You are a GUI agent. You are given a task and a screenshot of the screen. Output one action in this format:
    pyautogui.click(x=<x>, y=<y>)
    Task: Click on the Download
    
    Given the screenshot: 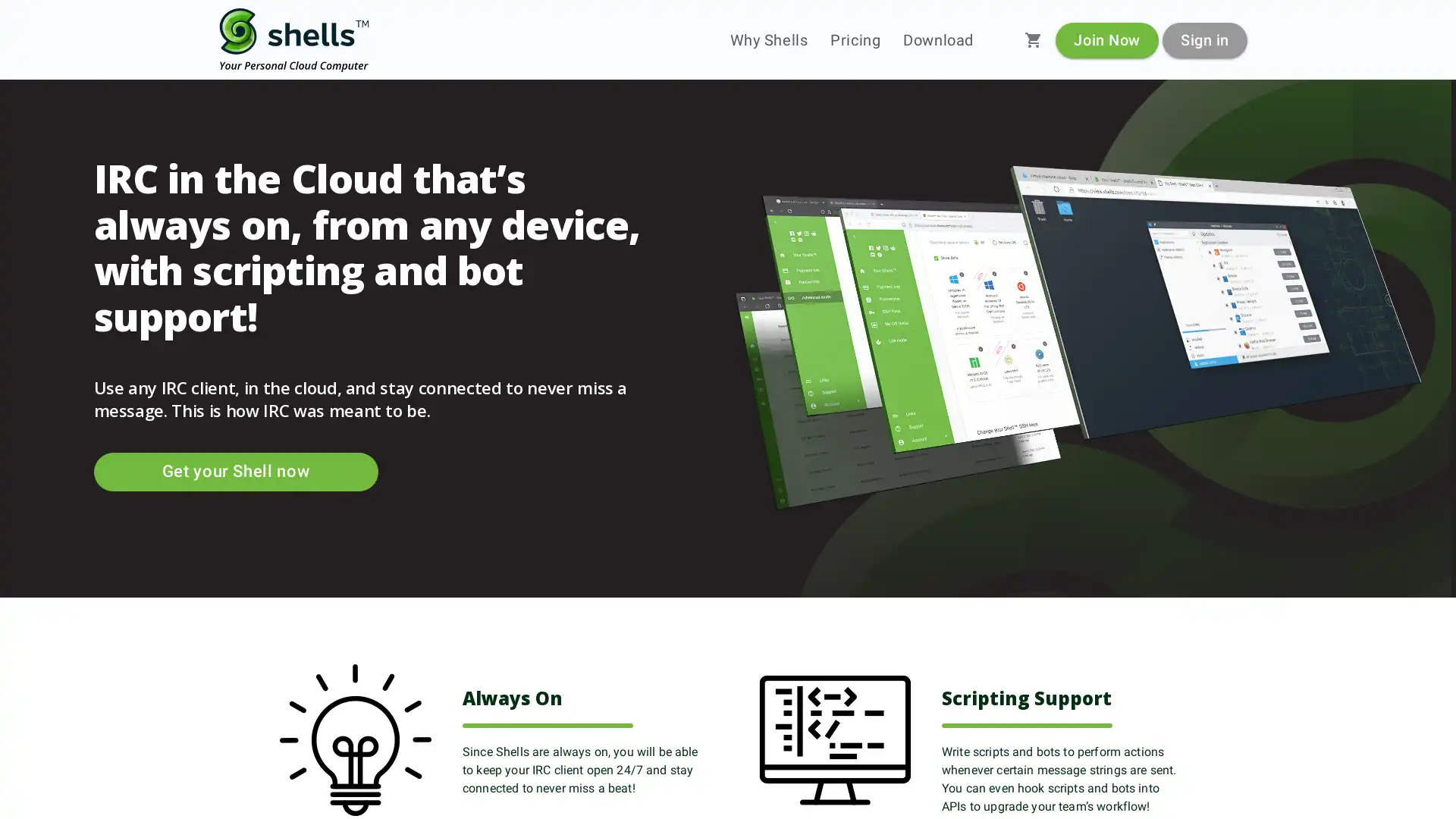 What is the action you would take?
    pyautogui.click(x=937, y=39)
    